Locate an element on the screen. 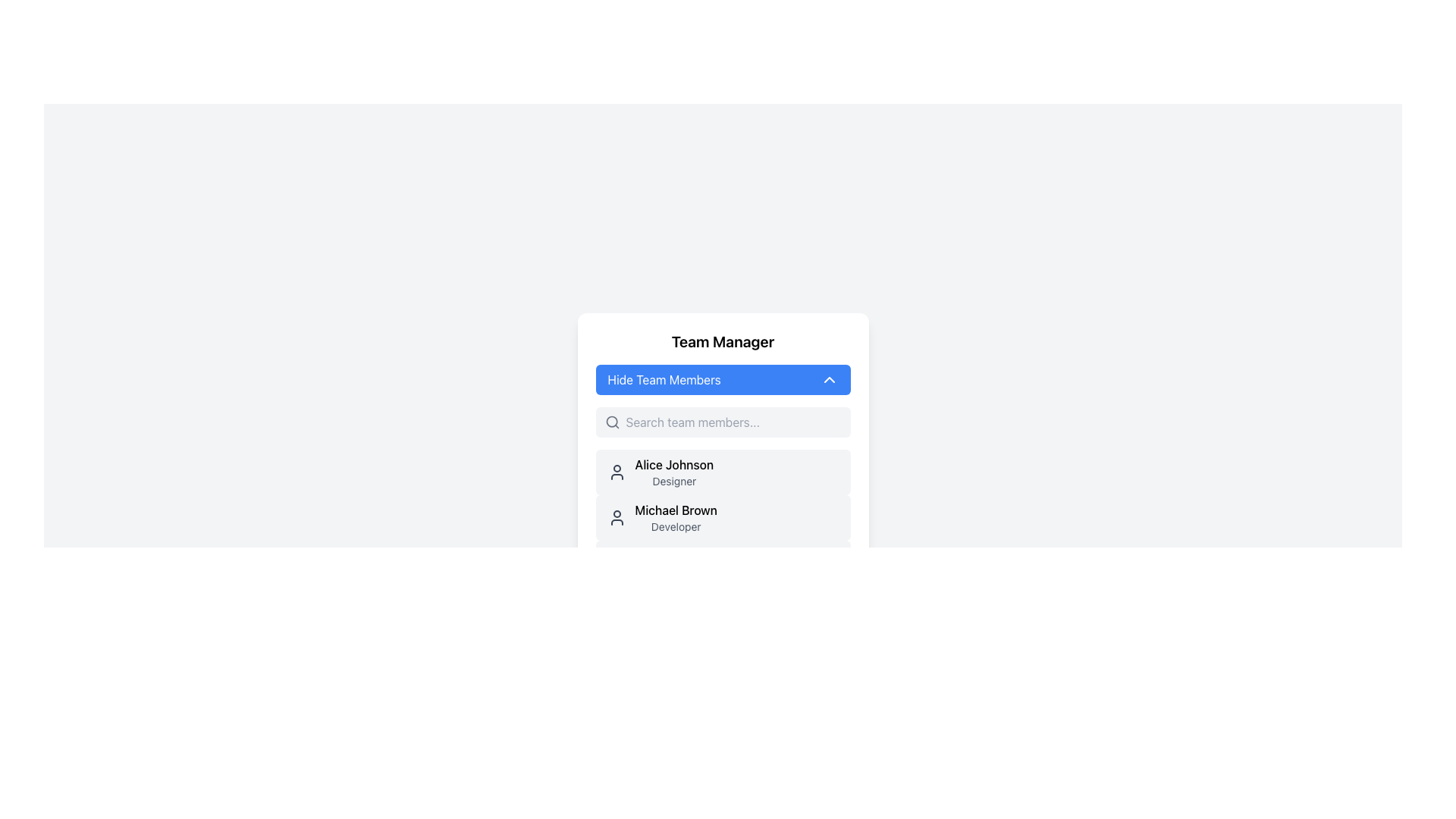  the Text Label displaying the name of a team member, located below the 'Team Manager' section heading and adjacent to 'Alice Johnson' is located at coordinates (675, 510).